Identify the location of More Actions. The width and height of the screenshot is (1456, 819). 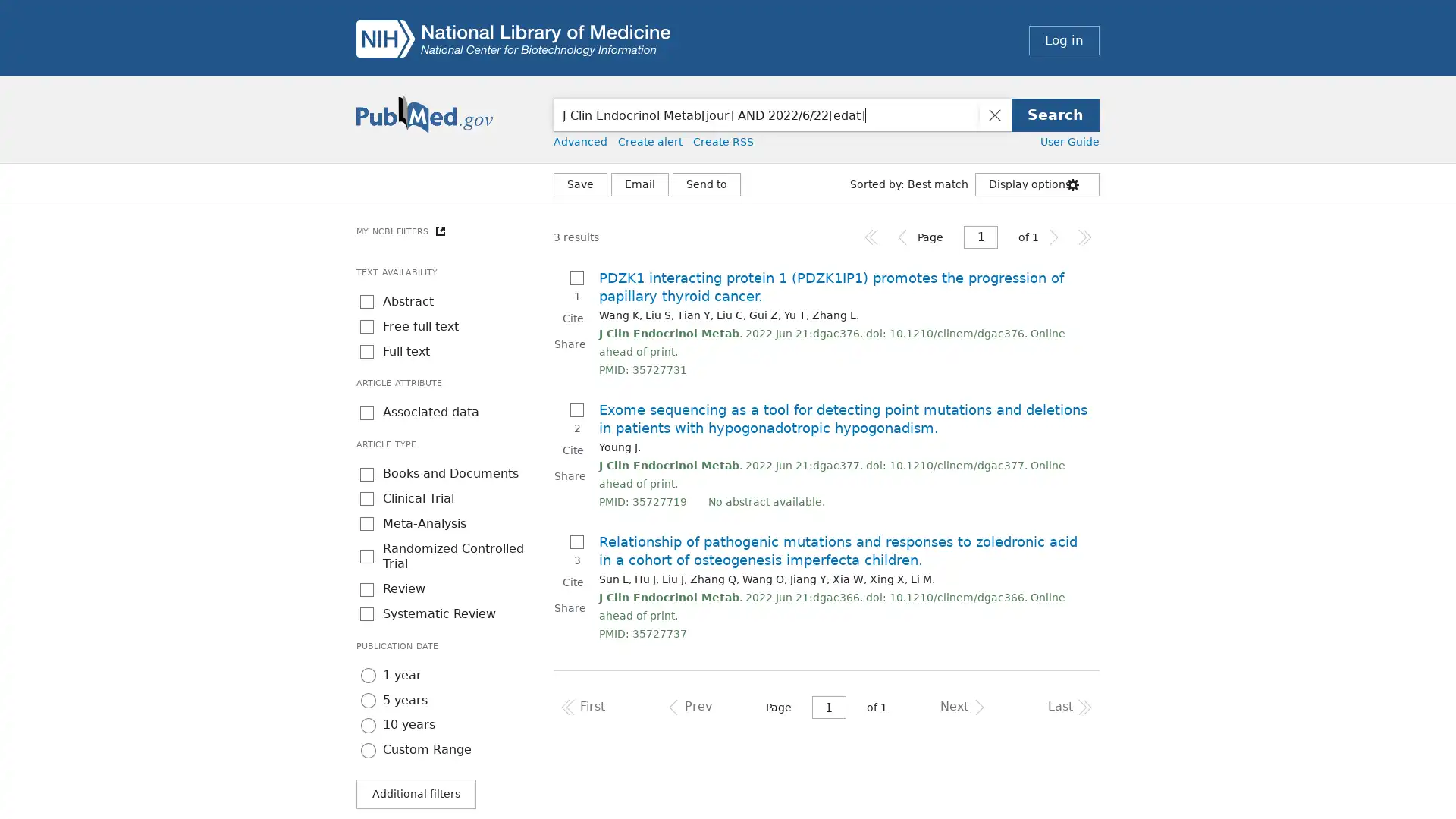
(705, 184).